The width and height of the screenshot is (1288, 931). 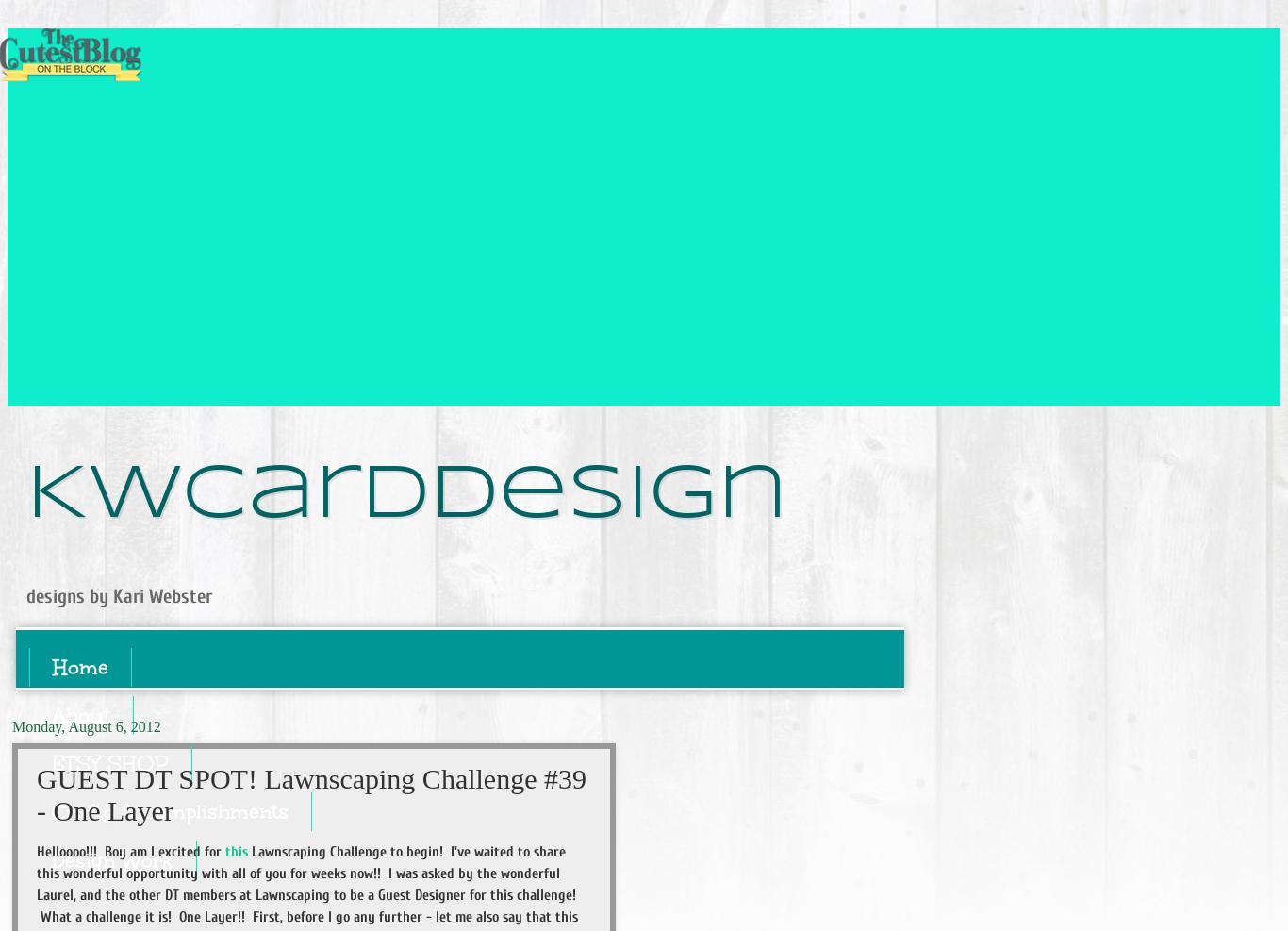 What do you see at coordinates (109, 763) in the screenshot?
I see `'ETSY SHOP'` at bounding box center [109, 763].